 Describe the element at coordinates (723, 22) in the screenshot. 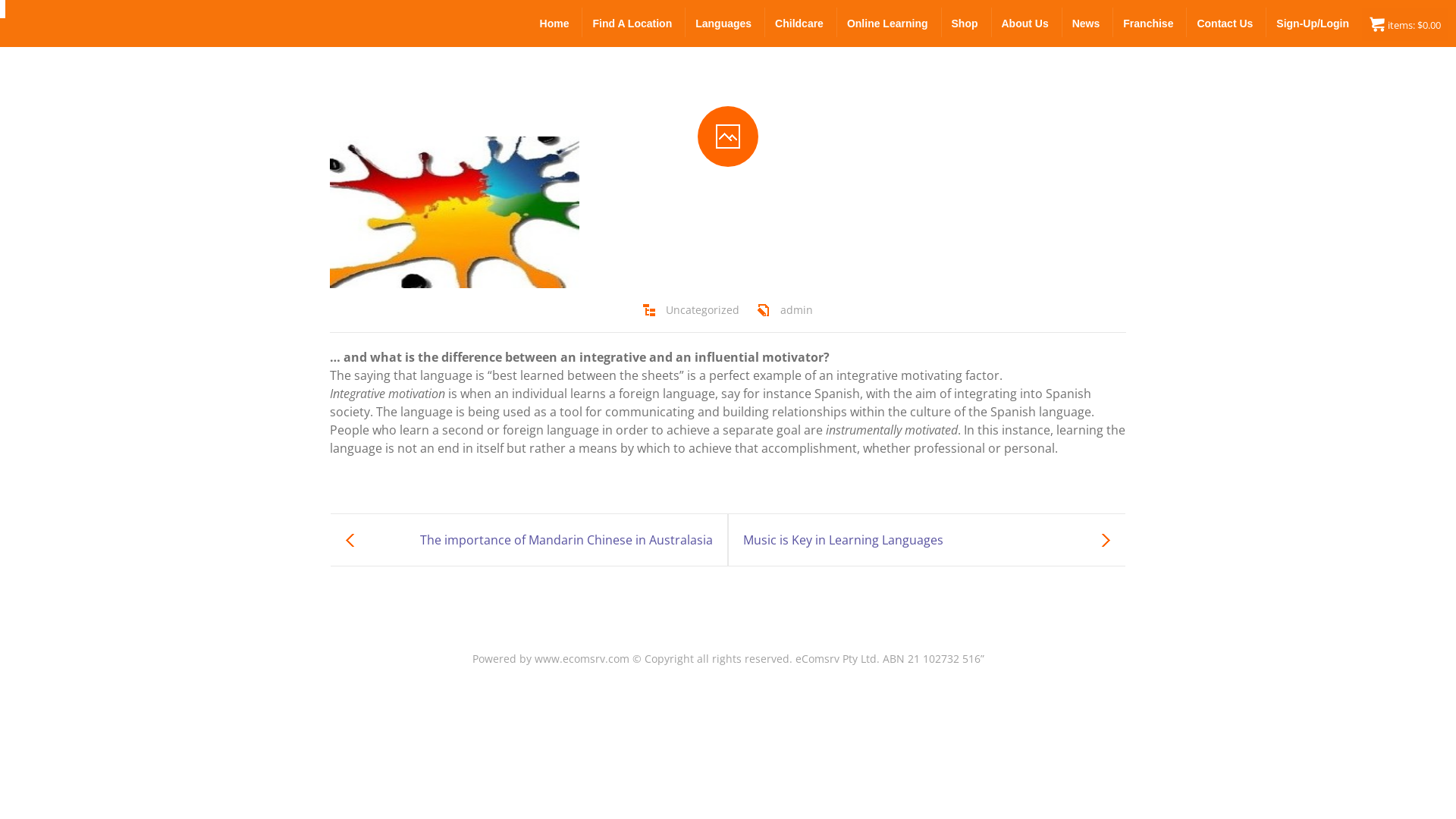

I see `'Languages'` at that location.